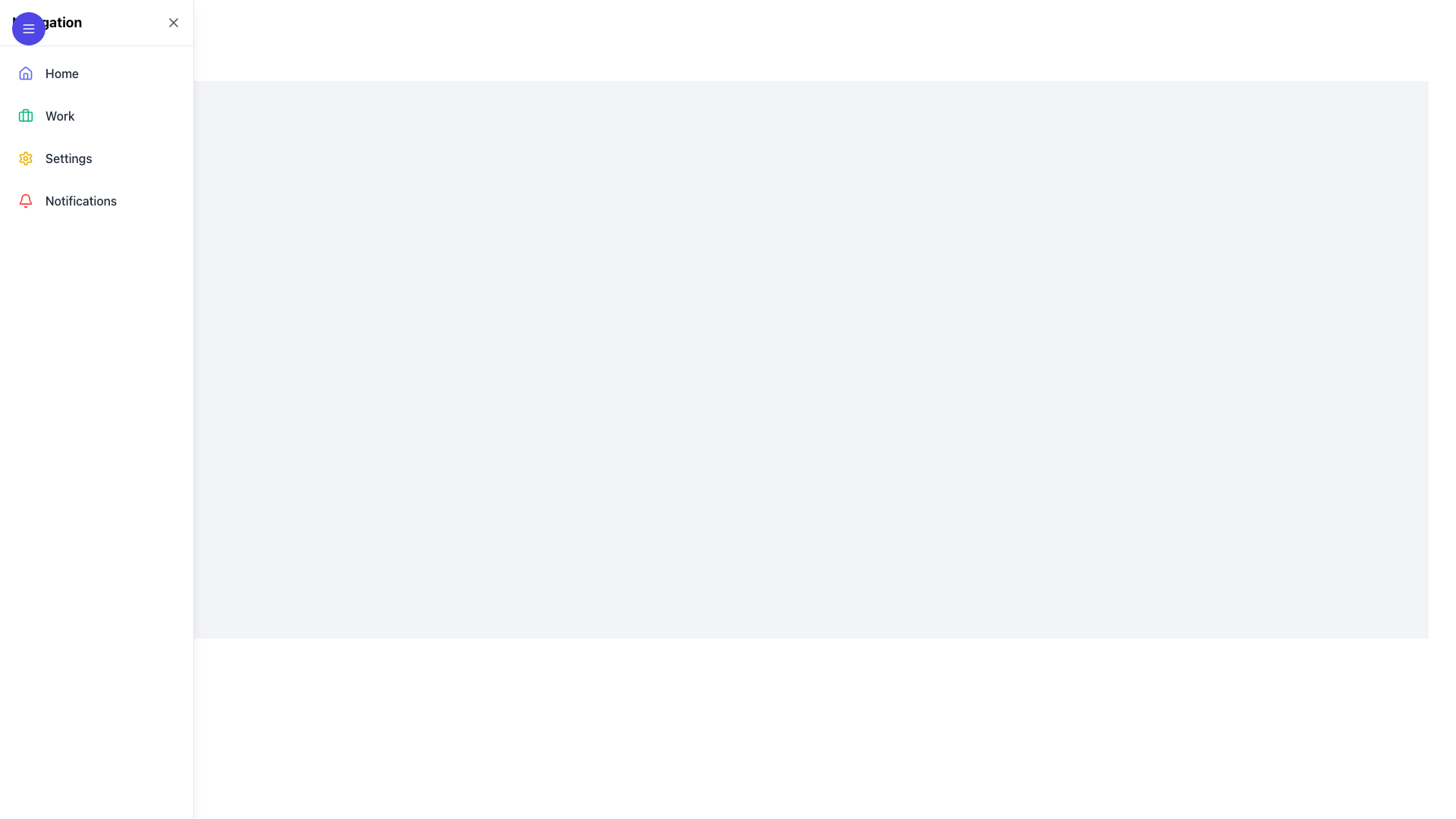  Describe the element at coordinates (25, 200) in the screenshot. I see `the red bell icon in the left sidebar associated with the 'Notifications' label` at that location.